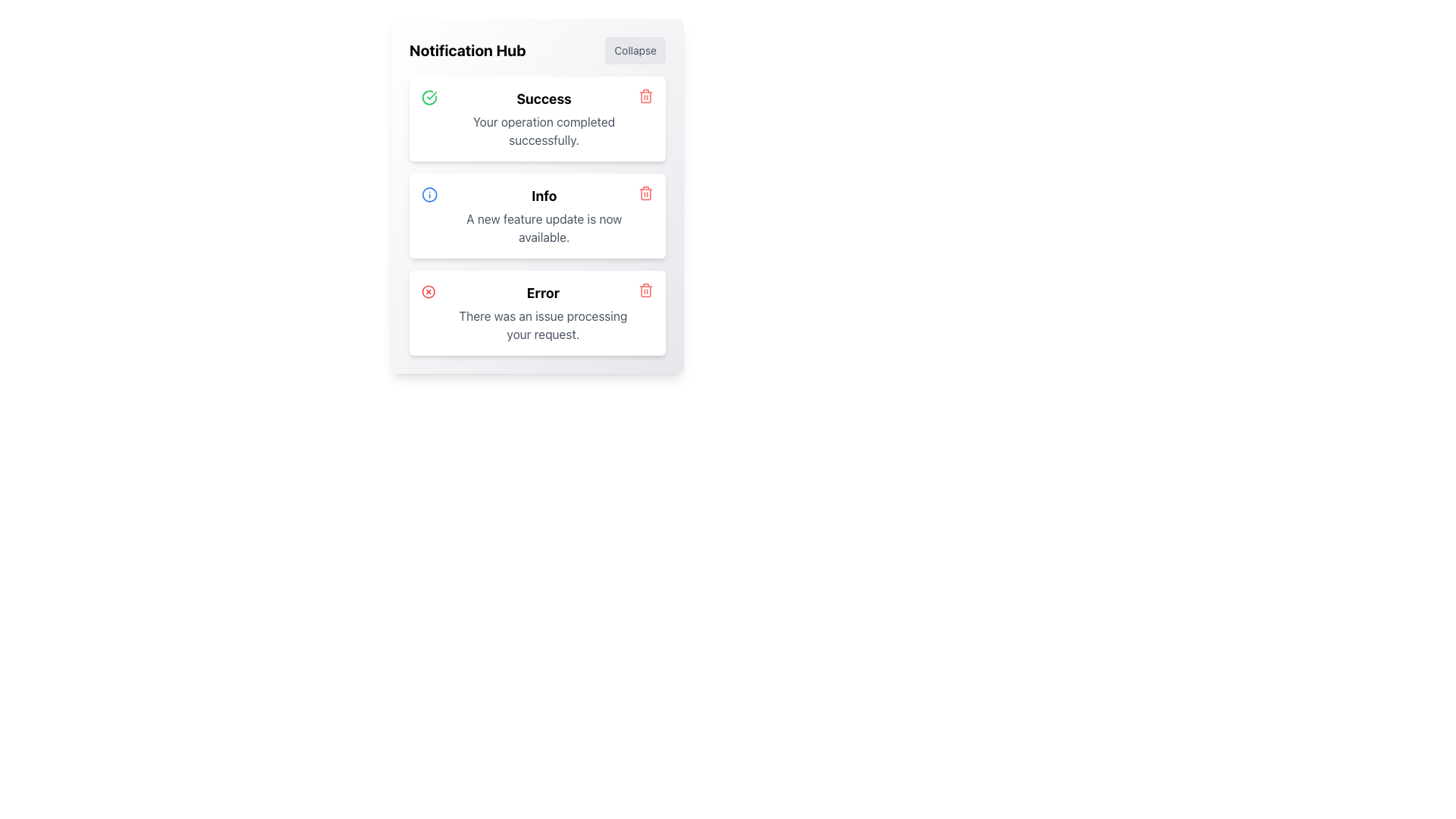  Describe the element at coordinates (428, 97) in the screenshot. I see `the circular icon with a checkmark inside, styled with a green outline, located within the notification card titled 'Success'` at that location.